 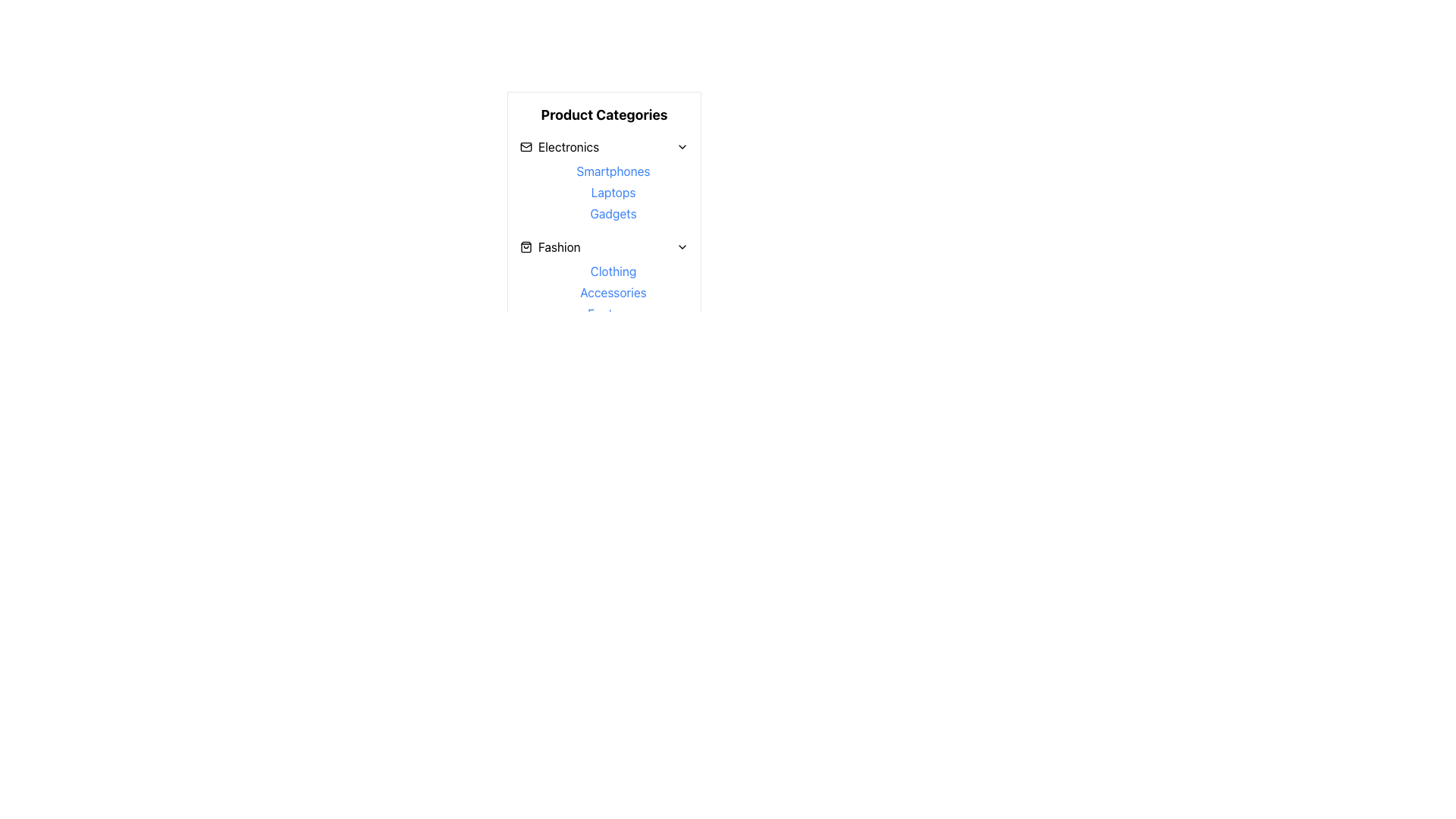 I want to click on the 'Gadgets' text link, which is styled with a serif font, bold, and blue in color, located under the 'Electronics' category in the 'Product Categories' section, so click(x=613, y=213).